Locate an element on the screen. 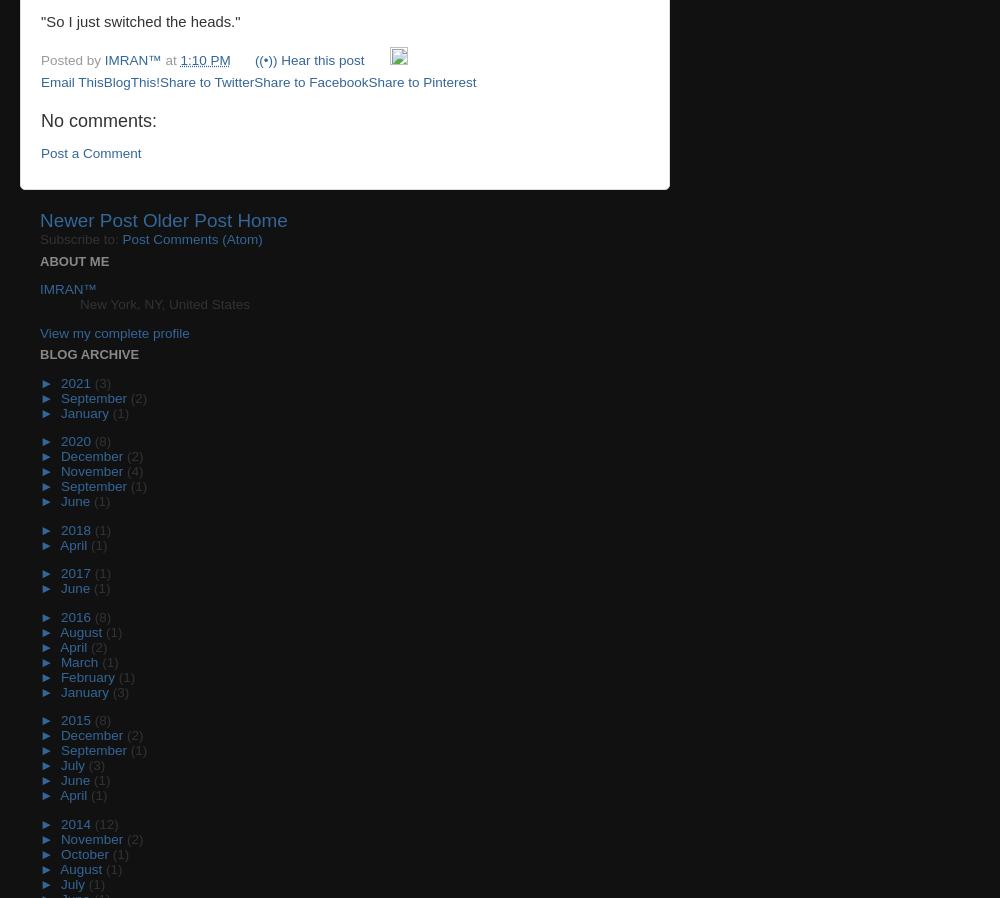 The width and height of the screenshot is (1000, 898). '2014' is located at coordinates (76, 823).